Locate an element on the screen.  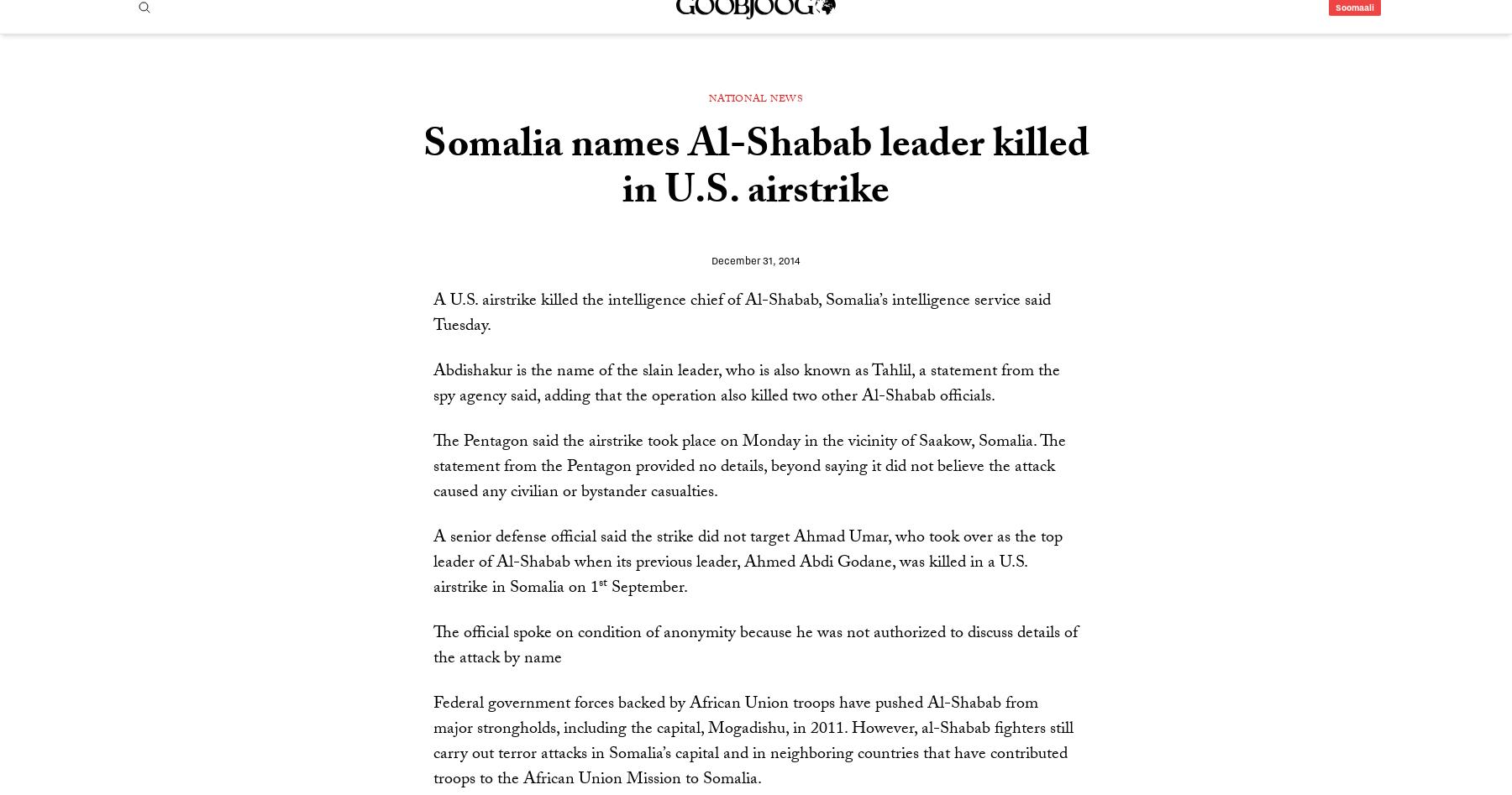
'A U.S. airstrike killed the intelligence chief of Al-Shabab, Somalia’s intelligence service said Tuesday.' is located at coordinates (742, 361).